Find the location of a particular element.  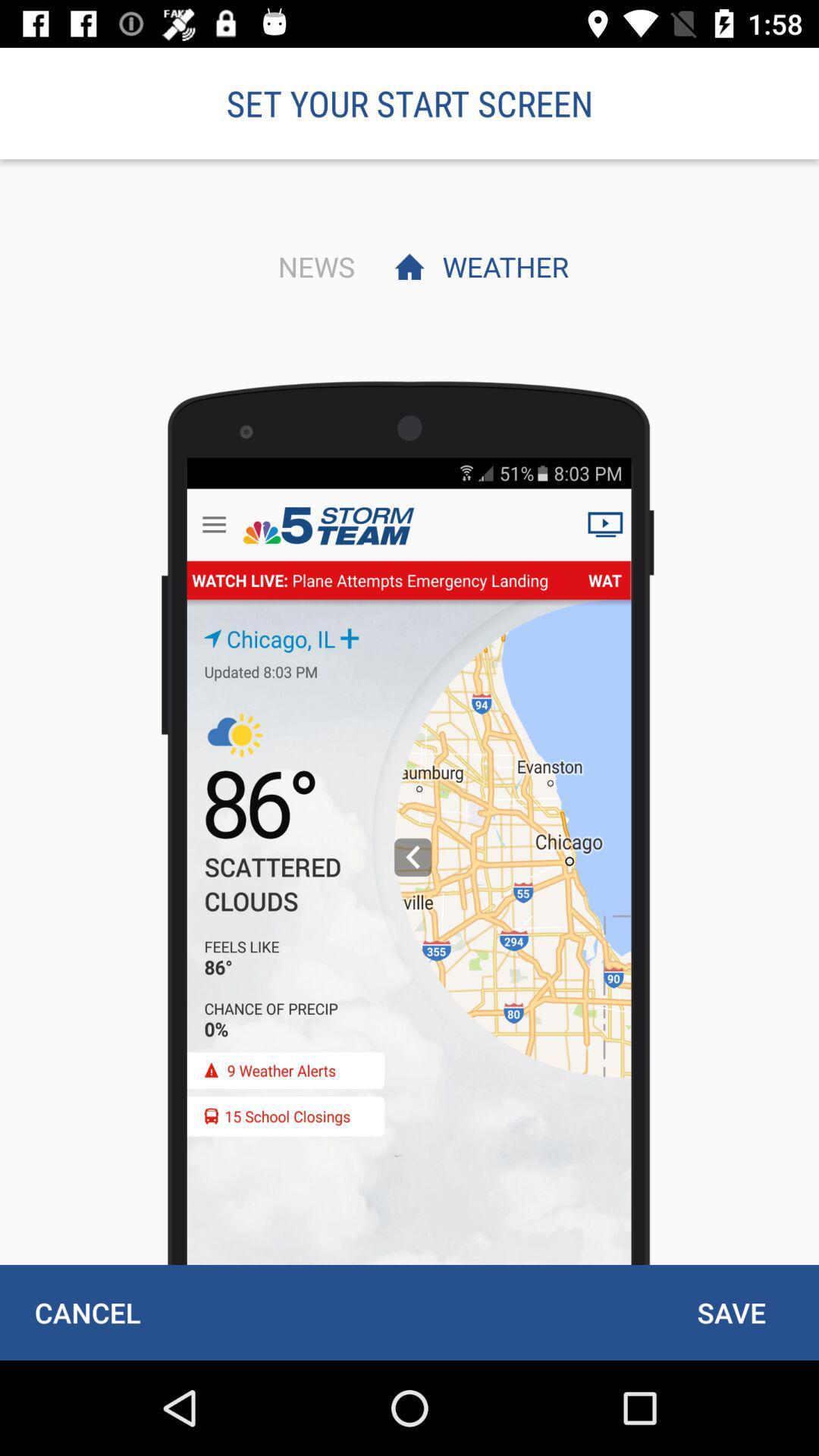

the item below set your start icon is located at coordinates (312, 266).